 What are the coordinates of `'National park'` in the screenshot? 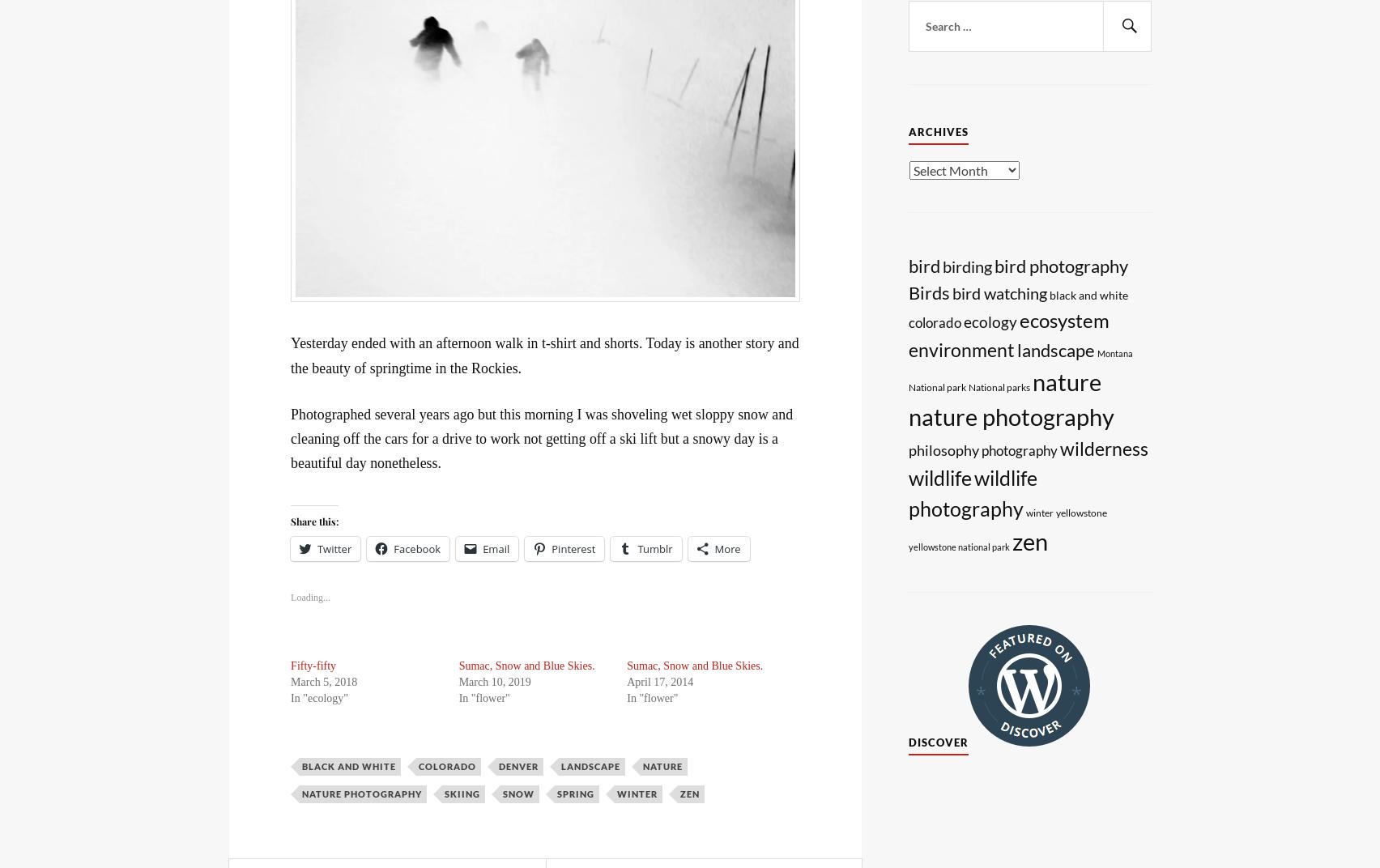 It's located at (936, 387).